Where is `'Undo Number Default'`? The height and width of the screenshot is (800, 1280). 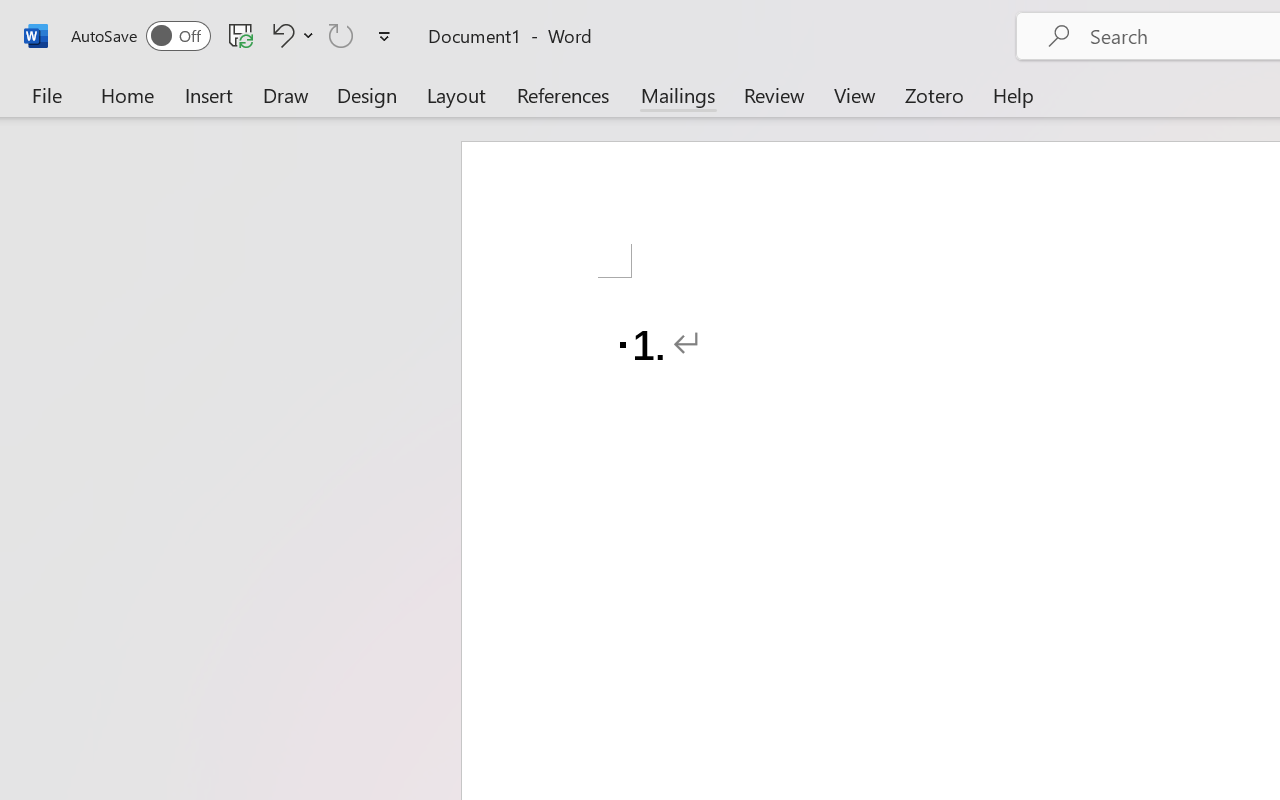
'Undo Number Default' is located at coordinates (279, 34).